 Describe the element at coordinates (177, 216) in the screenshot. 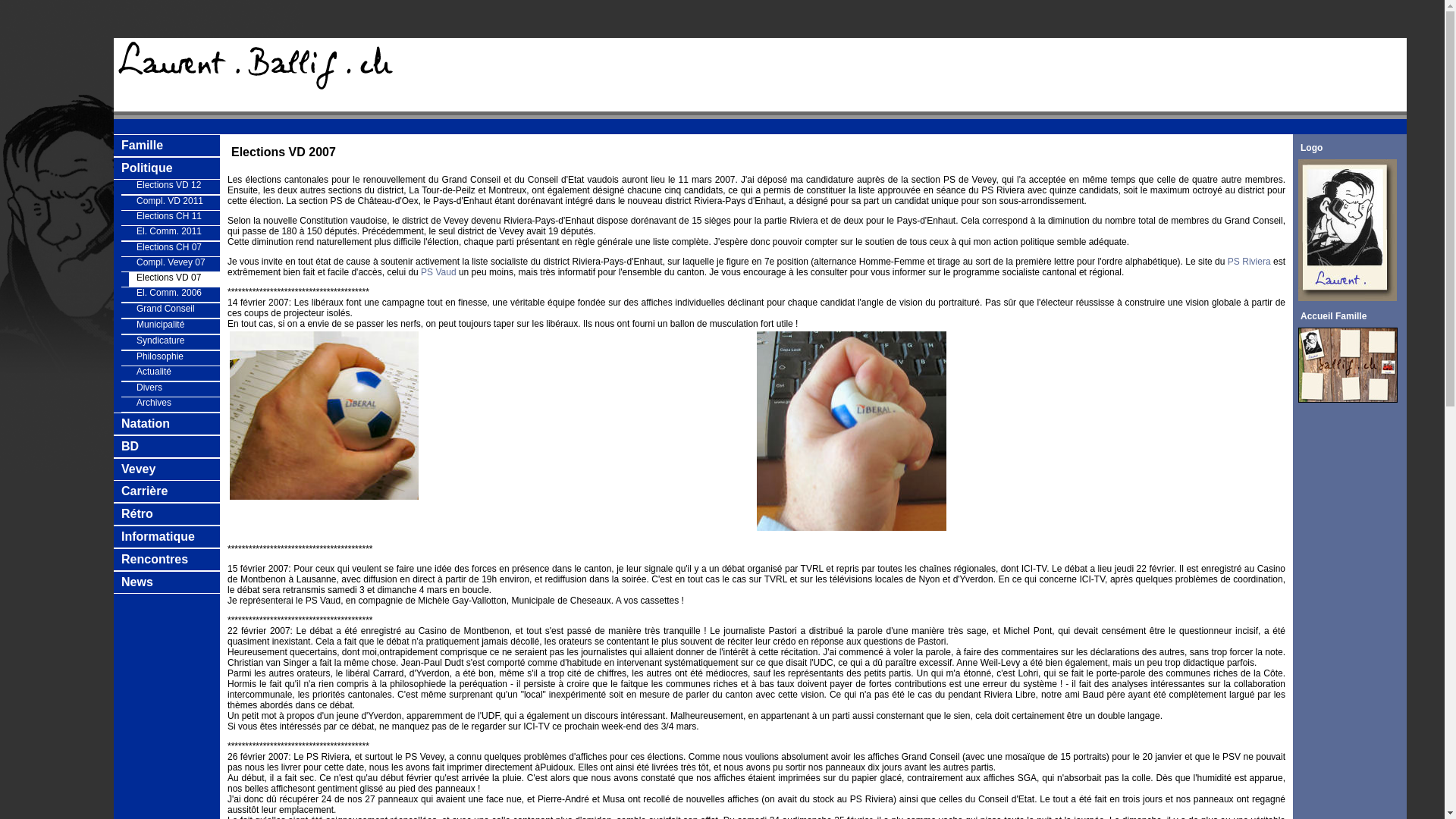

I see `'Elections CH 11'` at that location.